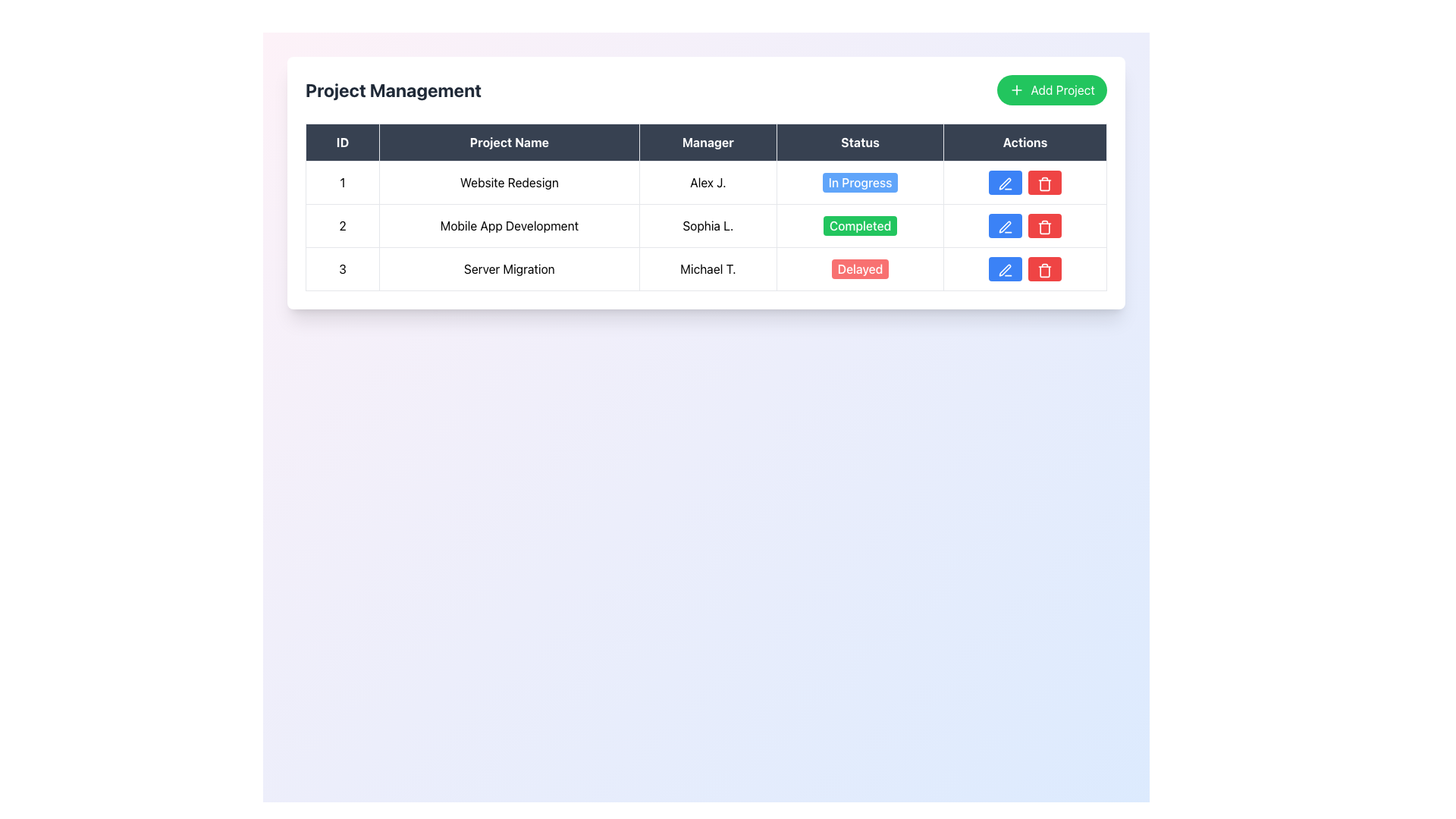 The height and width of the screenshot is (819, 1456). What do you see at coordinates (1025, 143) in the screenshot?
I see `the dark-colored rectangular Table Header Cell labeled 'Actions' which is the last column header in the table` at bounding box center [1025, 143].